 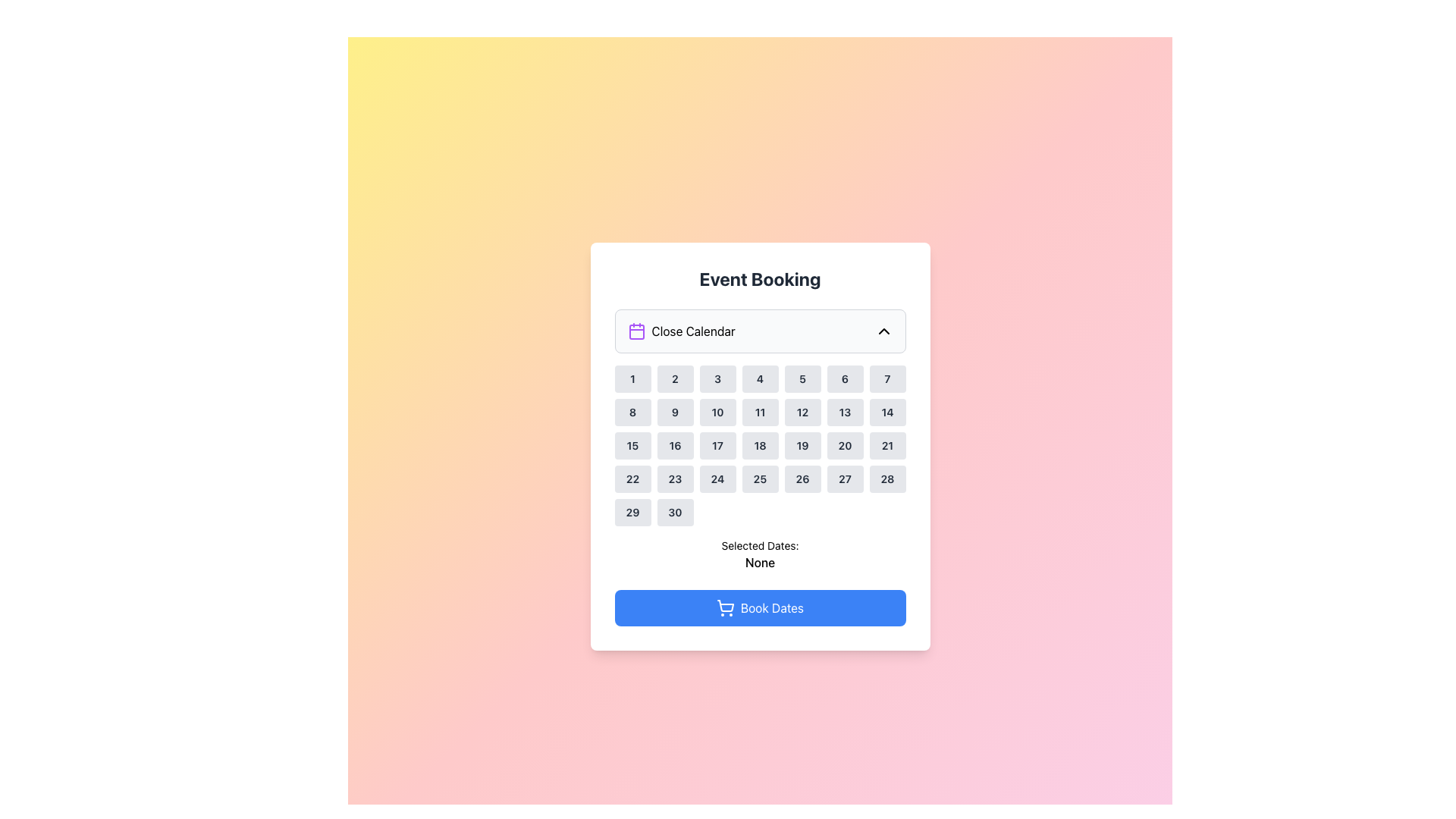 I want to click on the rectangular button with rounded edges labeled '15', so click(x=632, y=444).